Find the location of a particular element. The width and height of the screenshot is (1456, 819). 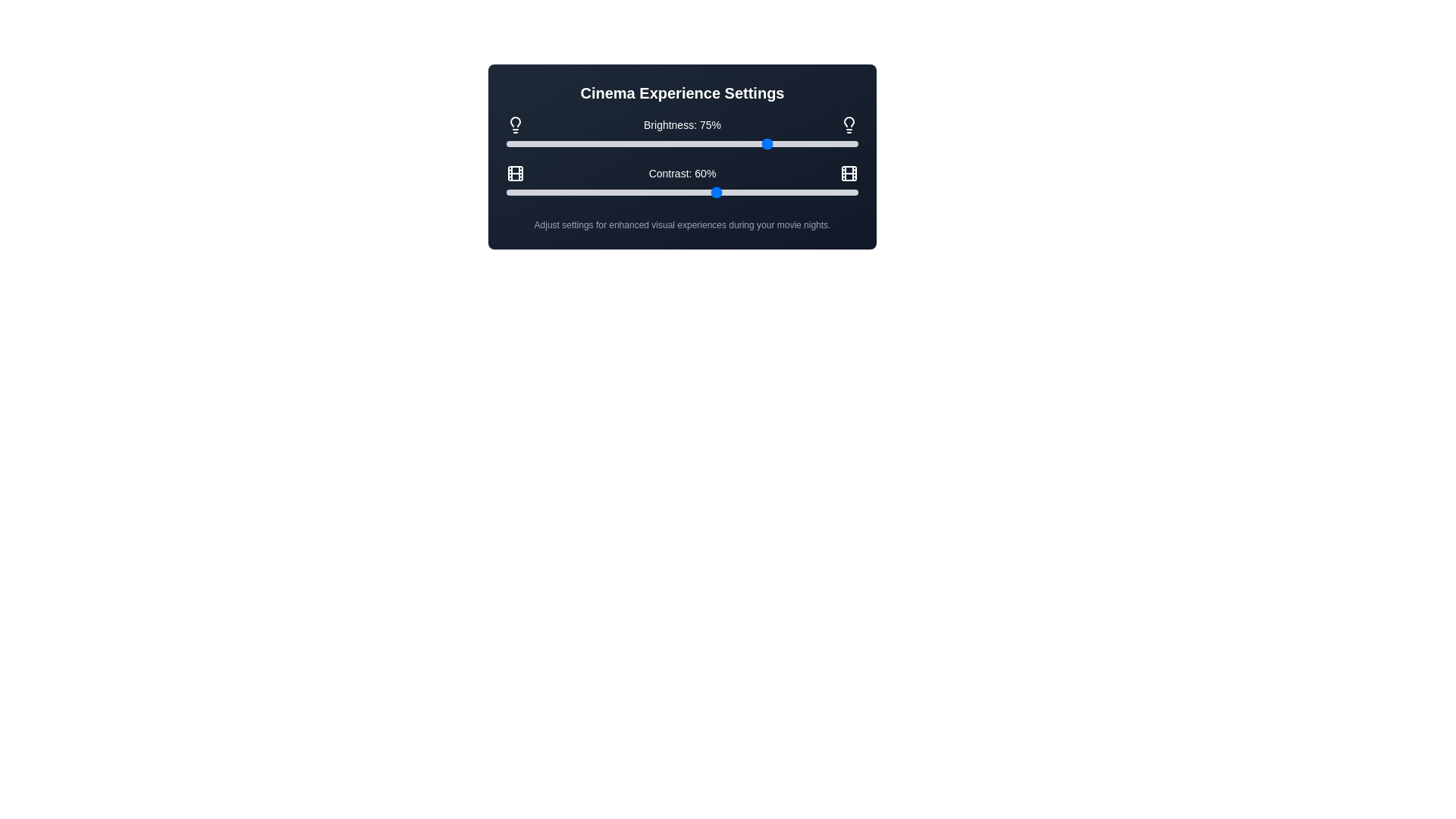

the film icon near the contrast slider is located at coordinates (516, 172).